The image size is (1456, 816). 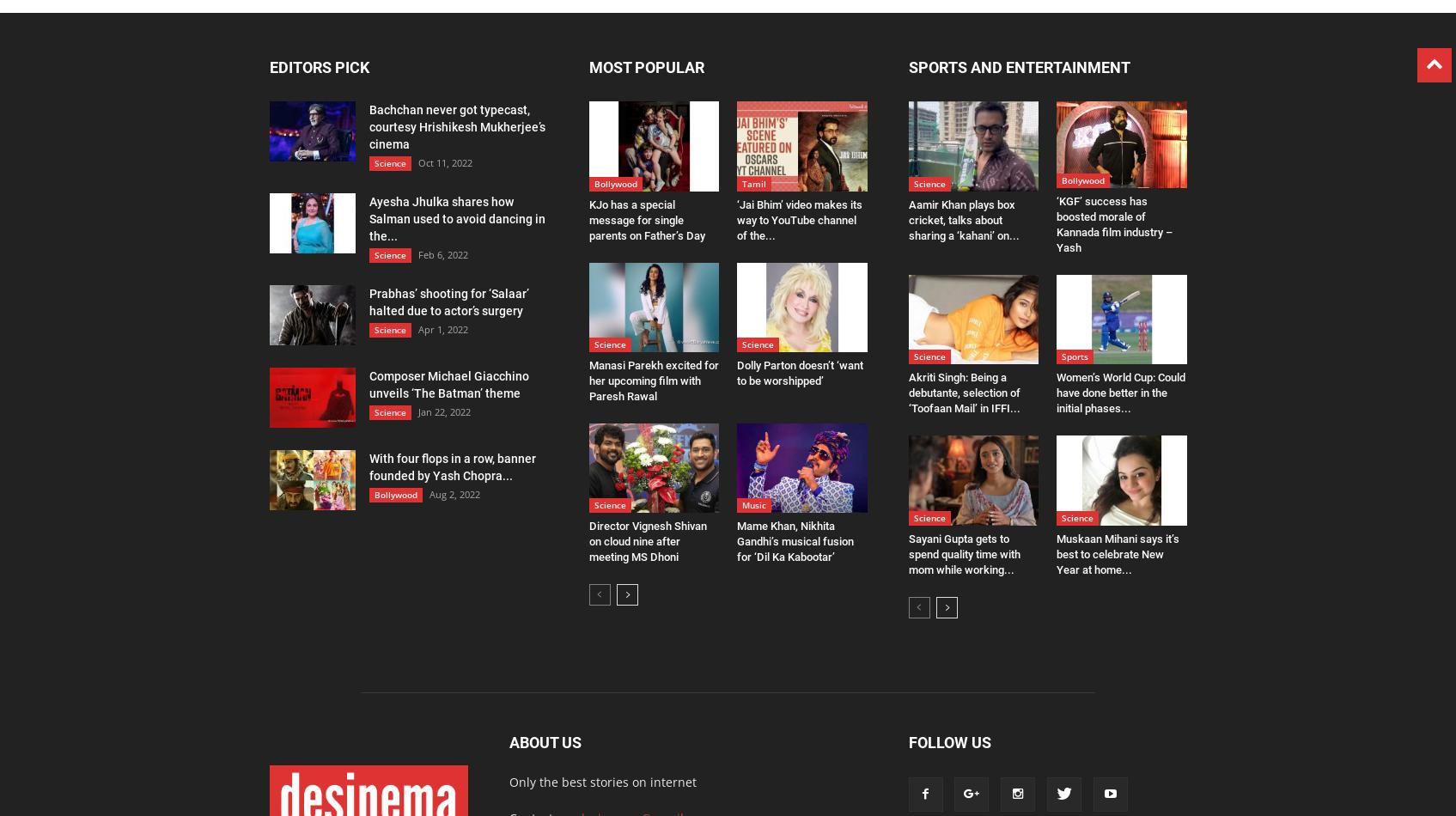 I want to click on 'Bachchan never got typecast, courtesy Hrishikesh Mukherjee’s cinema', so click(x=369, y=127).